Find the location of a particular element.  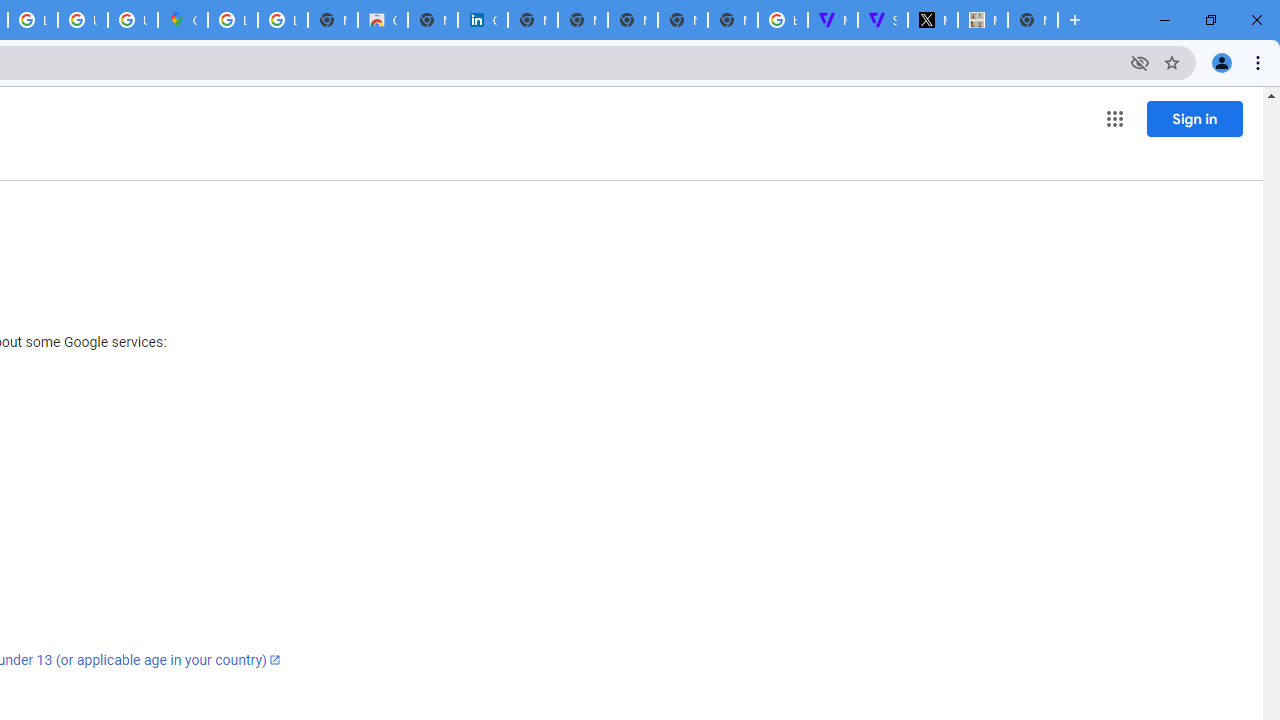

'Google Maps' is located at coordinates (183, 20).